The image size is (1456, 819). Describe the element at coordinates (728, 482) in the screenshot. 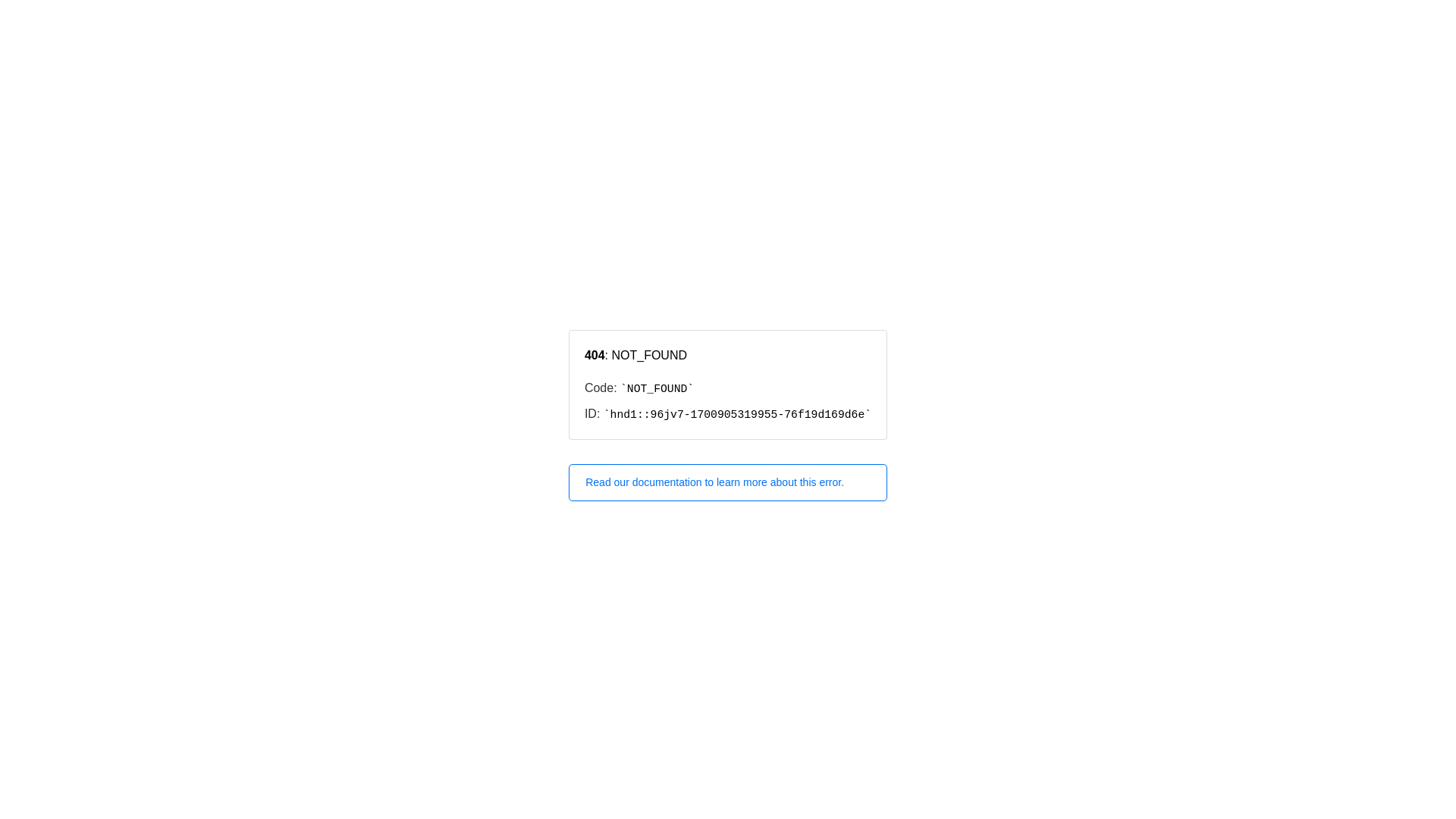

I see `'Read our documentation to learn more about this error.'` at that location.